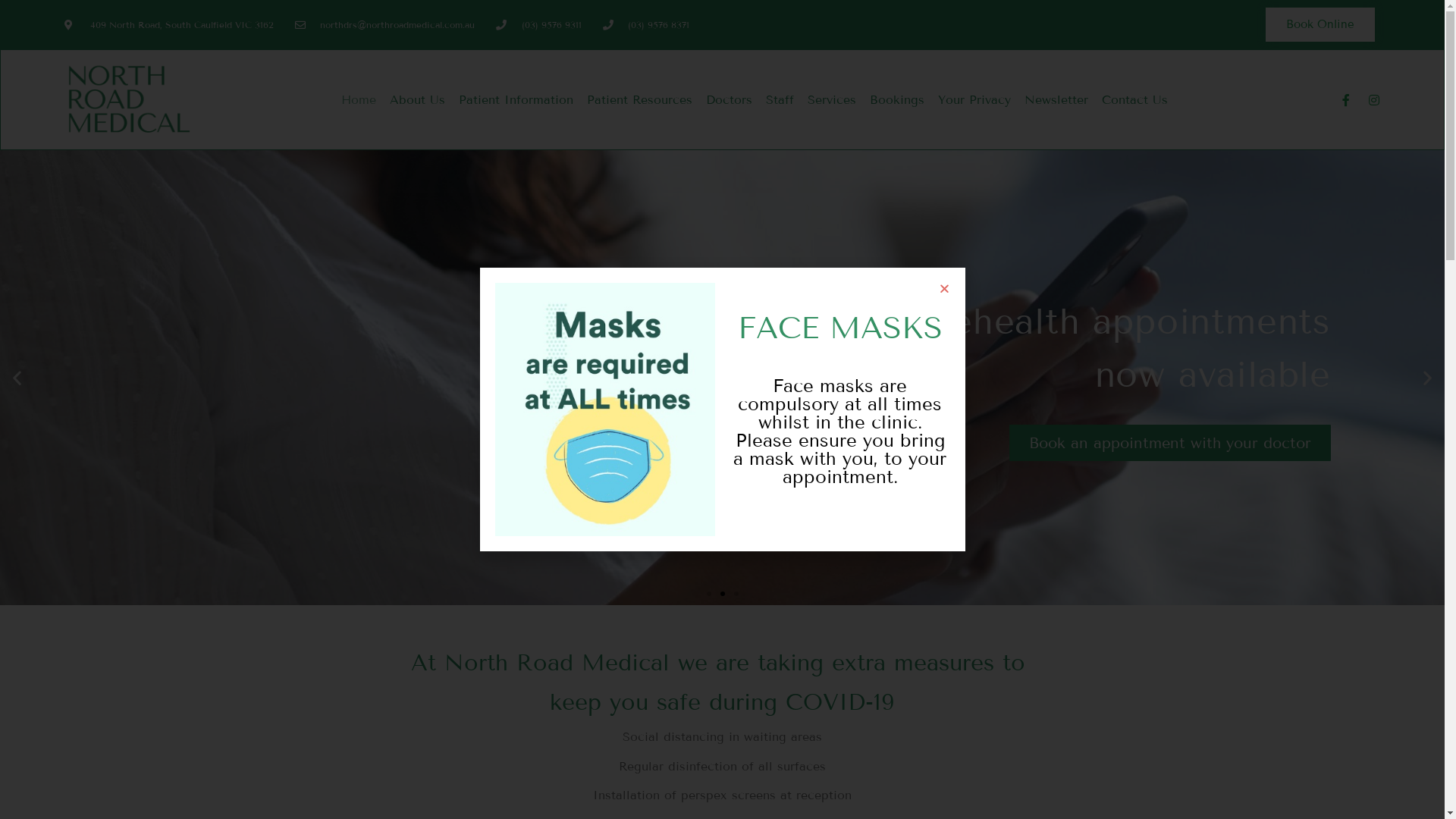 Image resolution: width=1456 pixels, height=819 pixels. I want to click on 'Book Online', so click(1319, 24).